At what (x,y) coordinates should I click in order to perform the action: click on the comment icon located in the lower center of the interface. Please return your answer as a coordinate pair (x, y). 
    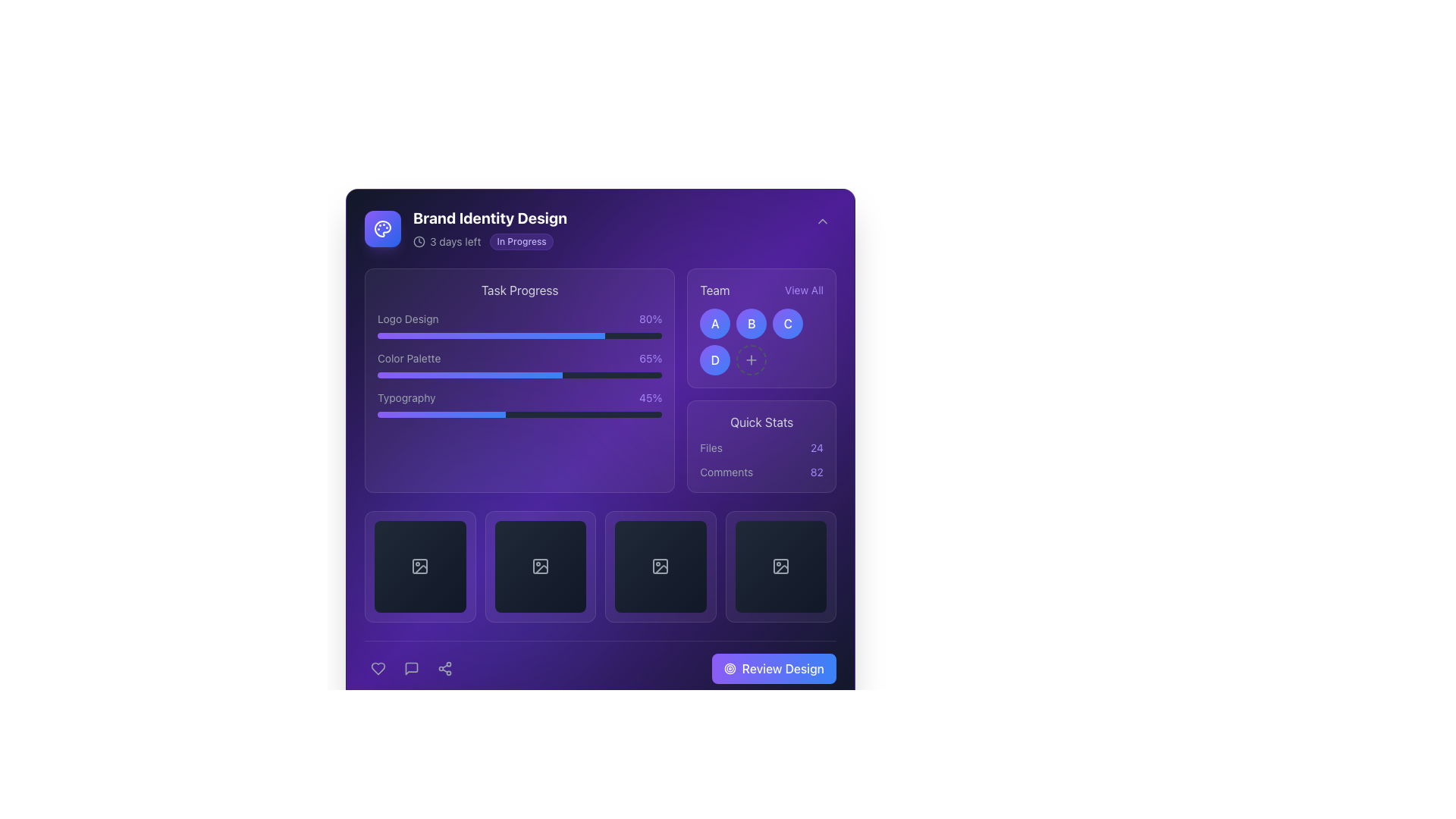
    Looking at the image, I should click on (411, 667).